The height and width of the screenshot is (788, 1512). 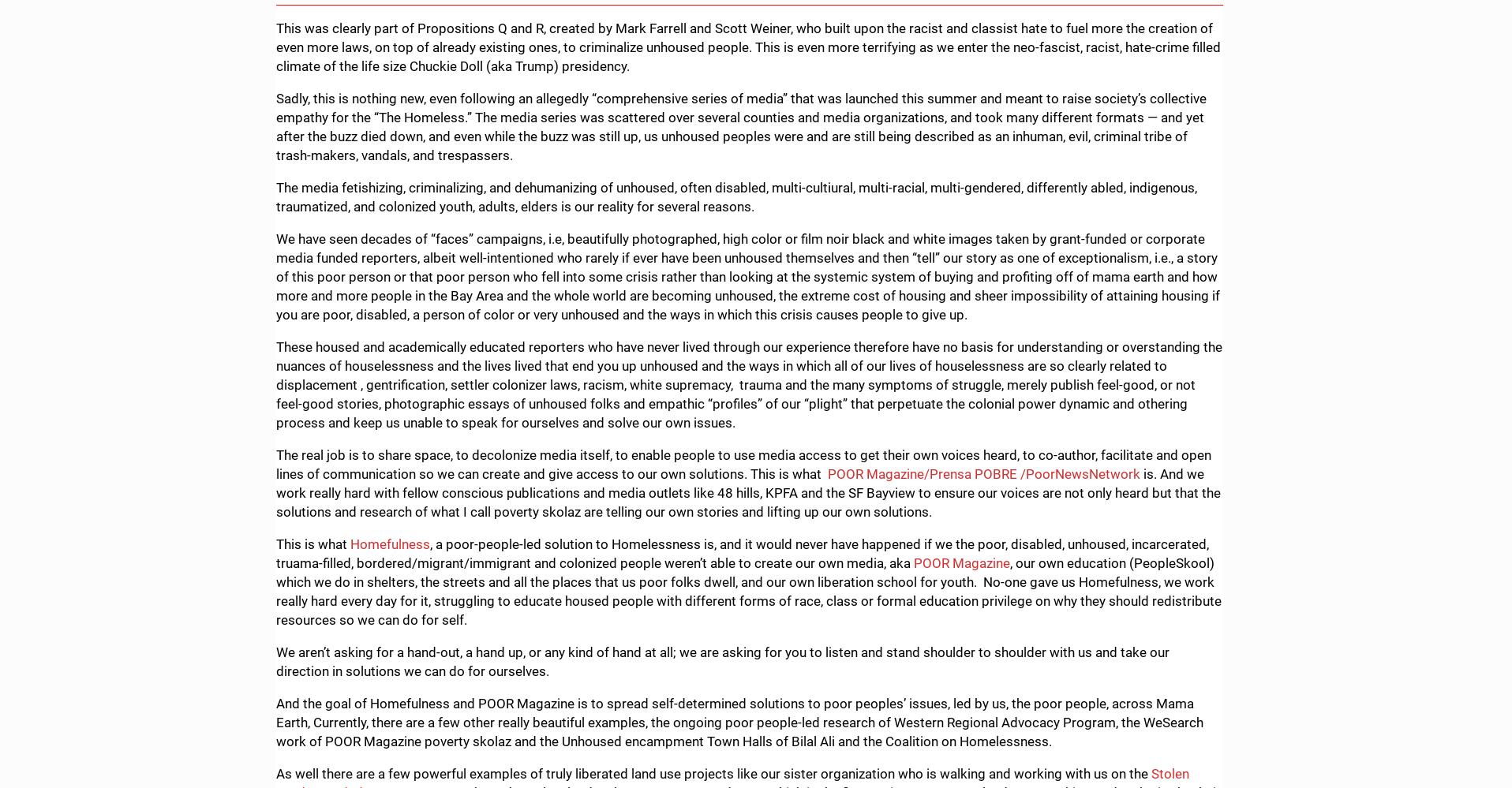 What do you see at coordinates (742, 552) in the screenshot?
I see `', a poor-people-led solution to Homelessness is, and it would never have happened if we the poor, disabled, unhoused, incarcerated, truama-filled, bordered/migrant/immigrant and colonized people weren’t able to create our own media, aka'` at bounding box center [742, 552].